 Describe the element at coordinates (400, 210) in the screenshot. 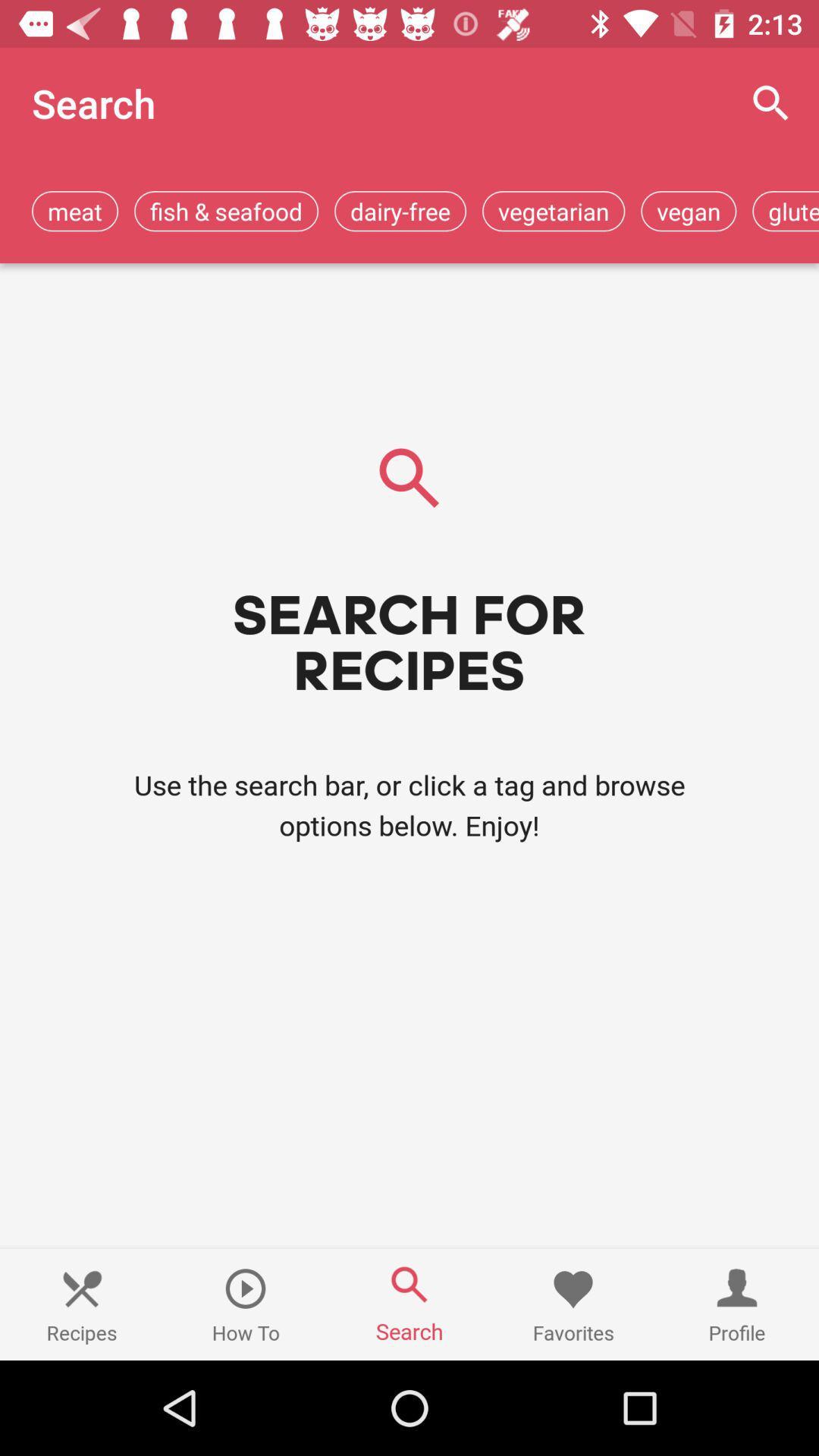

I see `the icon to the left of the vegetarian app` at that location.